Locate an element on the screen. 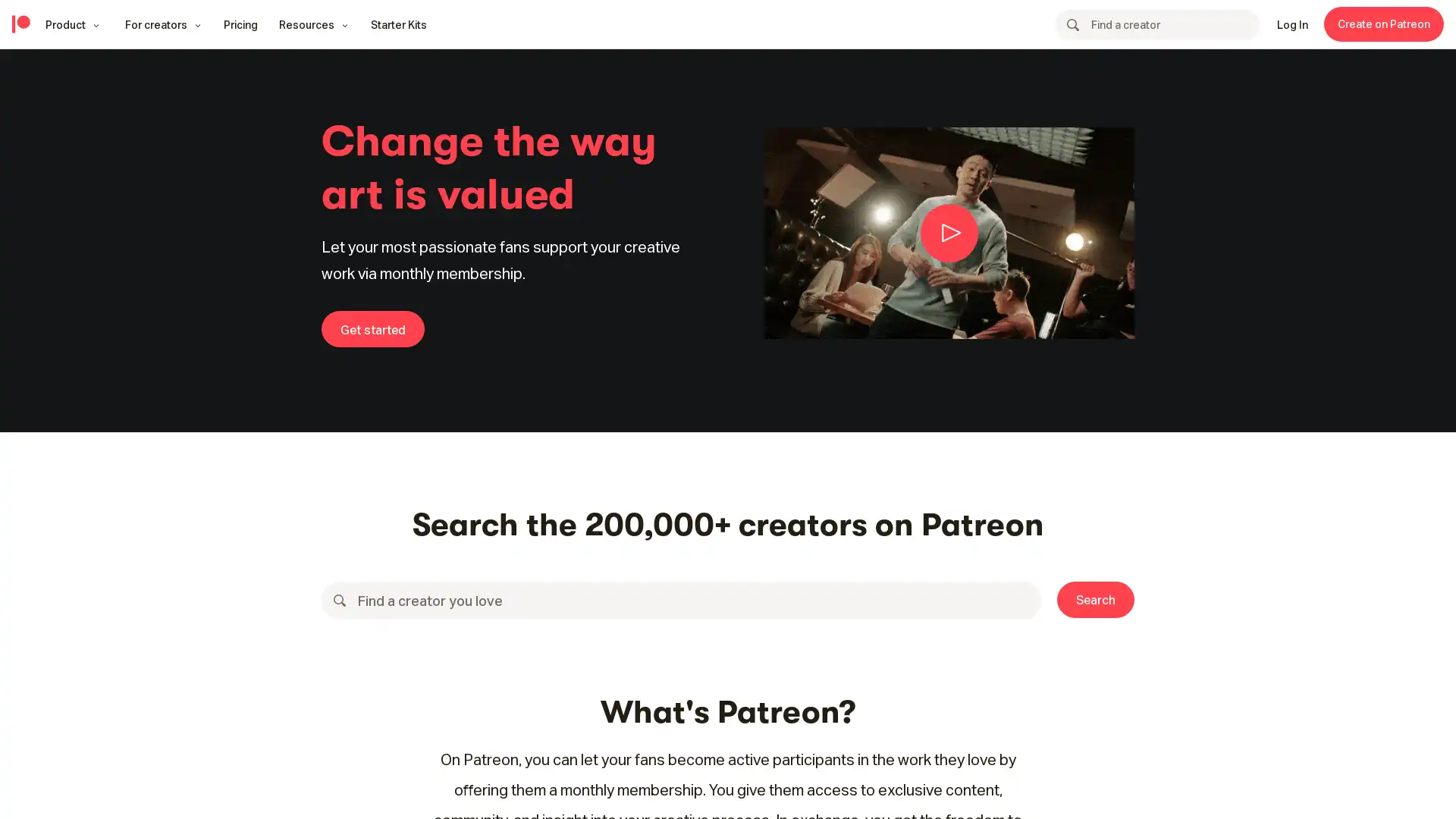  Search is located at coordinates (1095, 598).